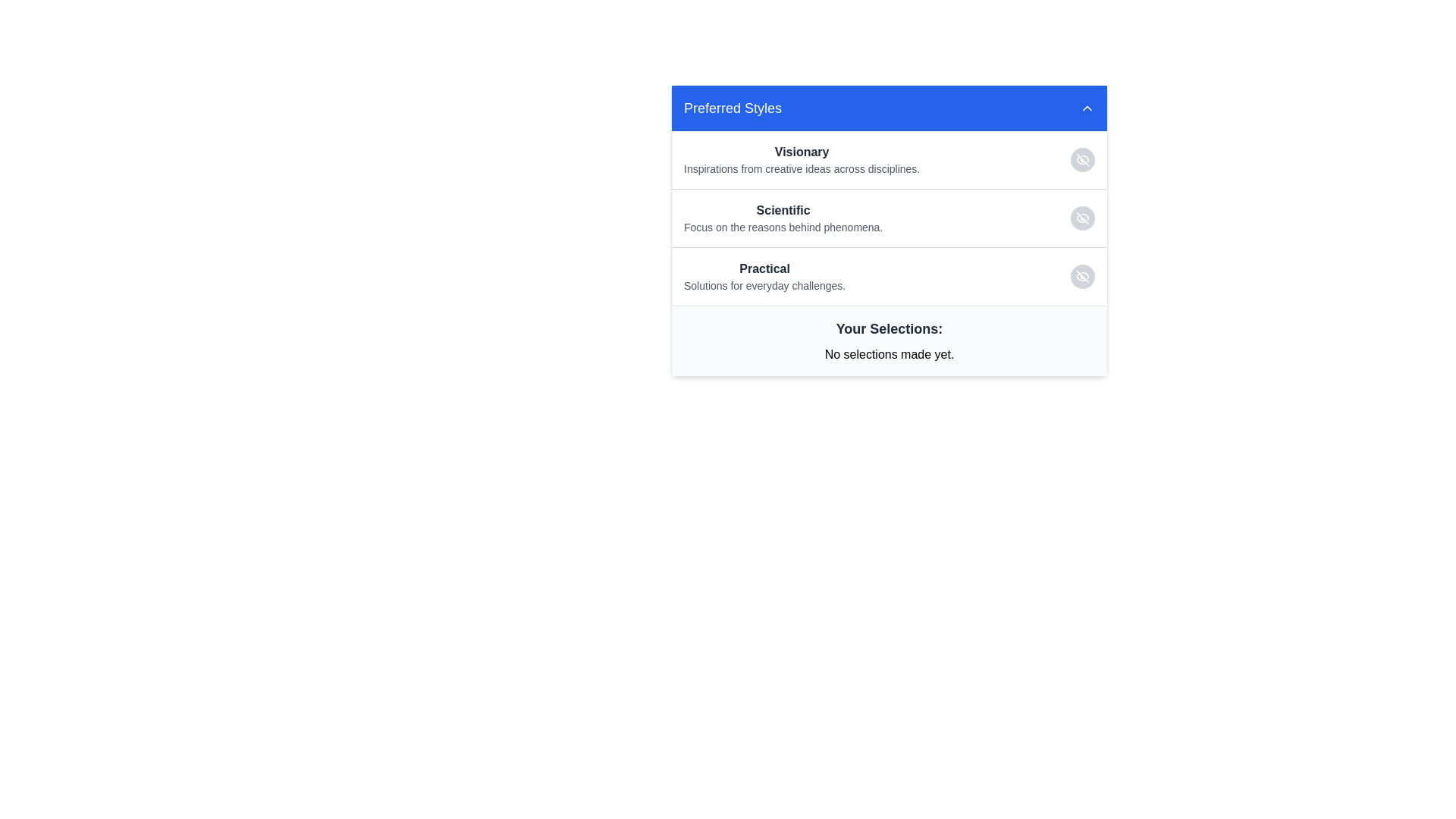  Describe the element at coordinates (889, 339) in the screenshot. I see `the informational text section that displays 'Your Selections:' and 'No selections made yet.'` at that location.